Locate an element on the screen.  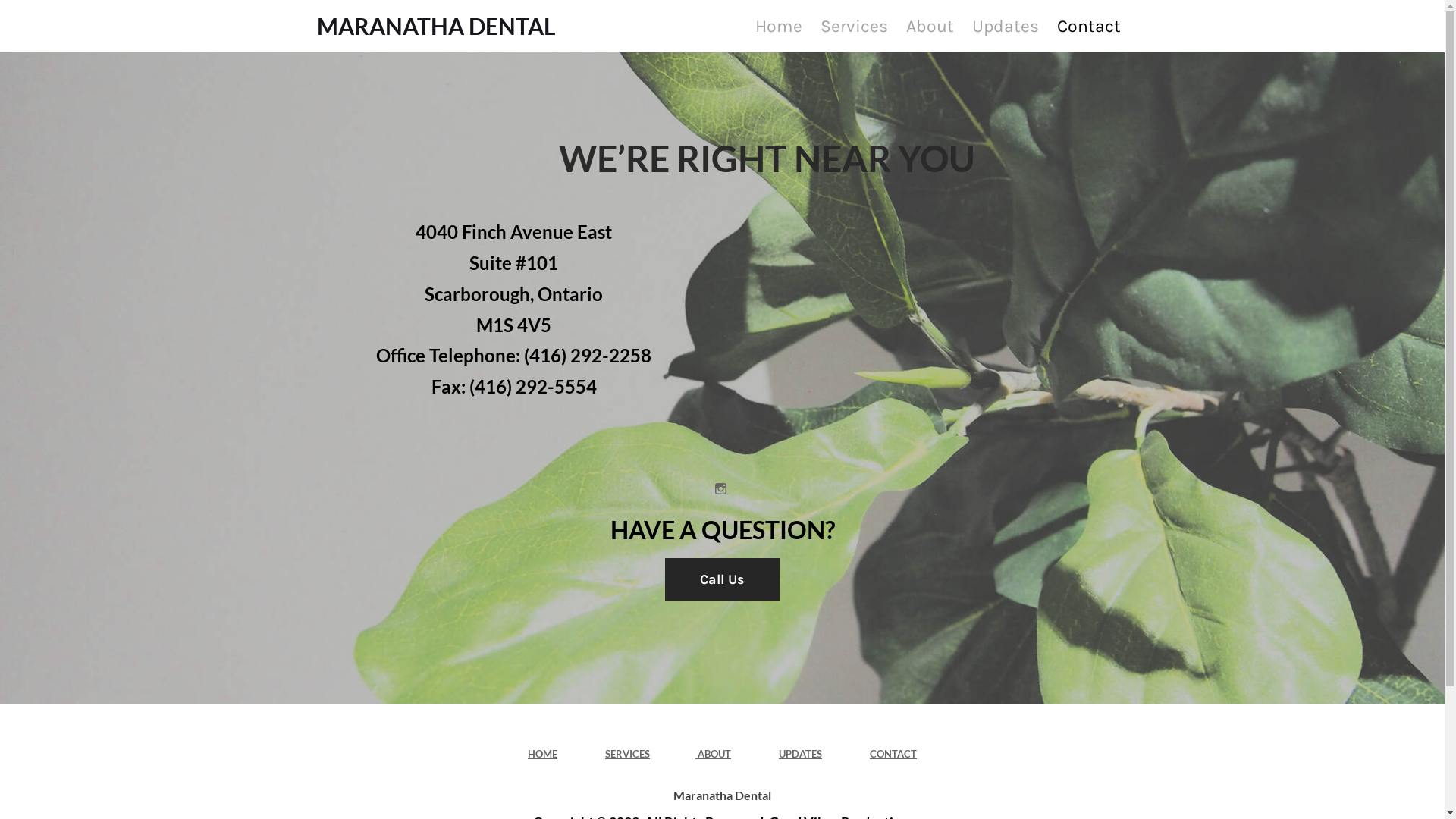
'HOME' is located at coordinates (542, 754).